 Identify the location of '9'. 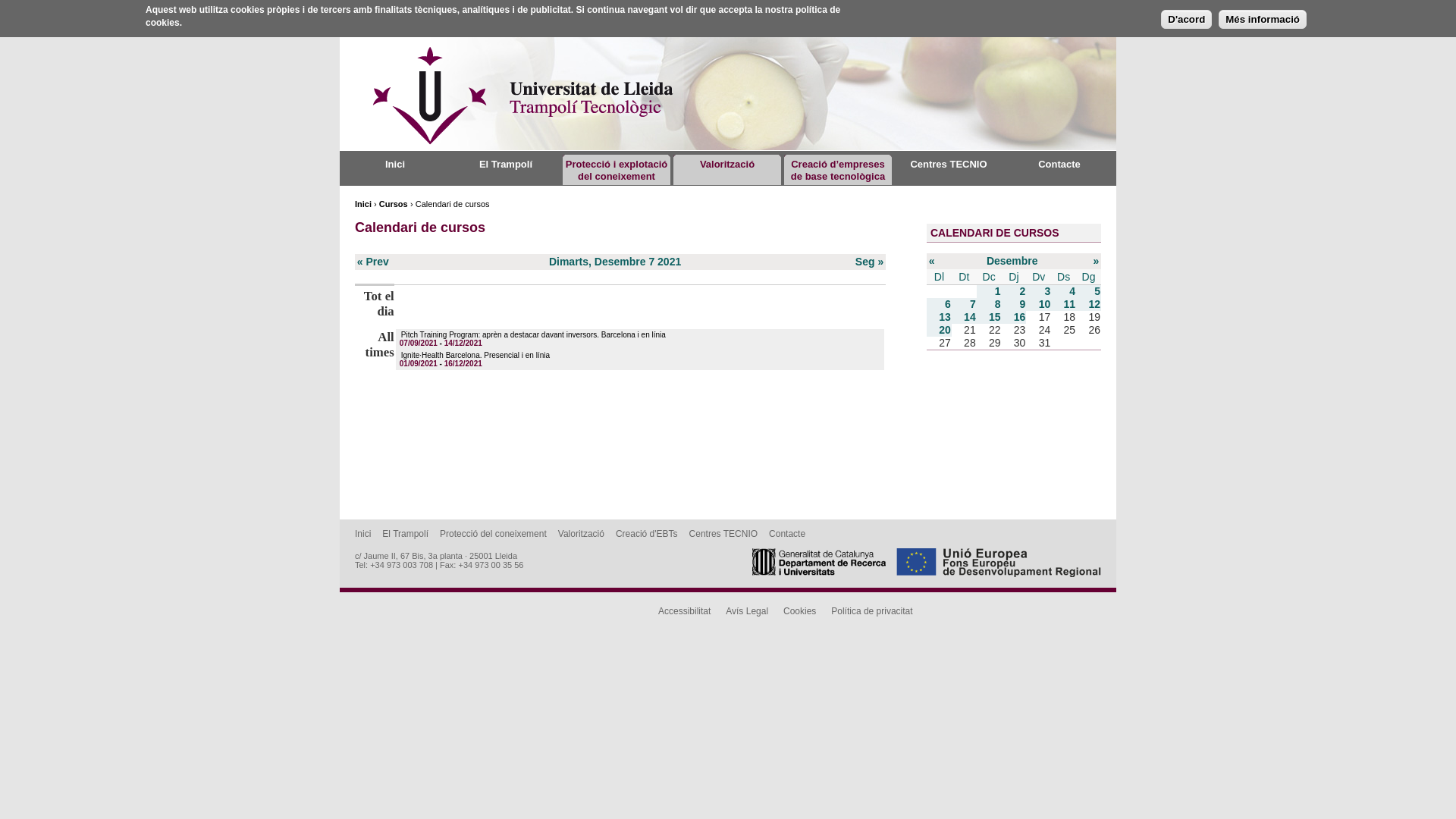
(1022, 304).